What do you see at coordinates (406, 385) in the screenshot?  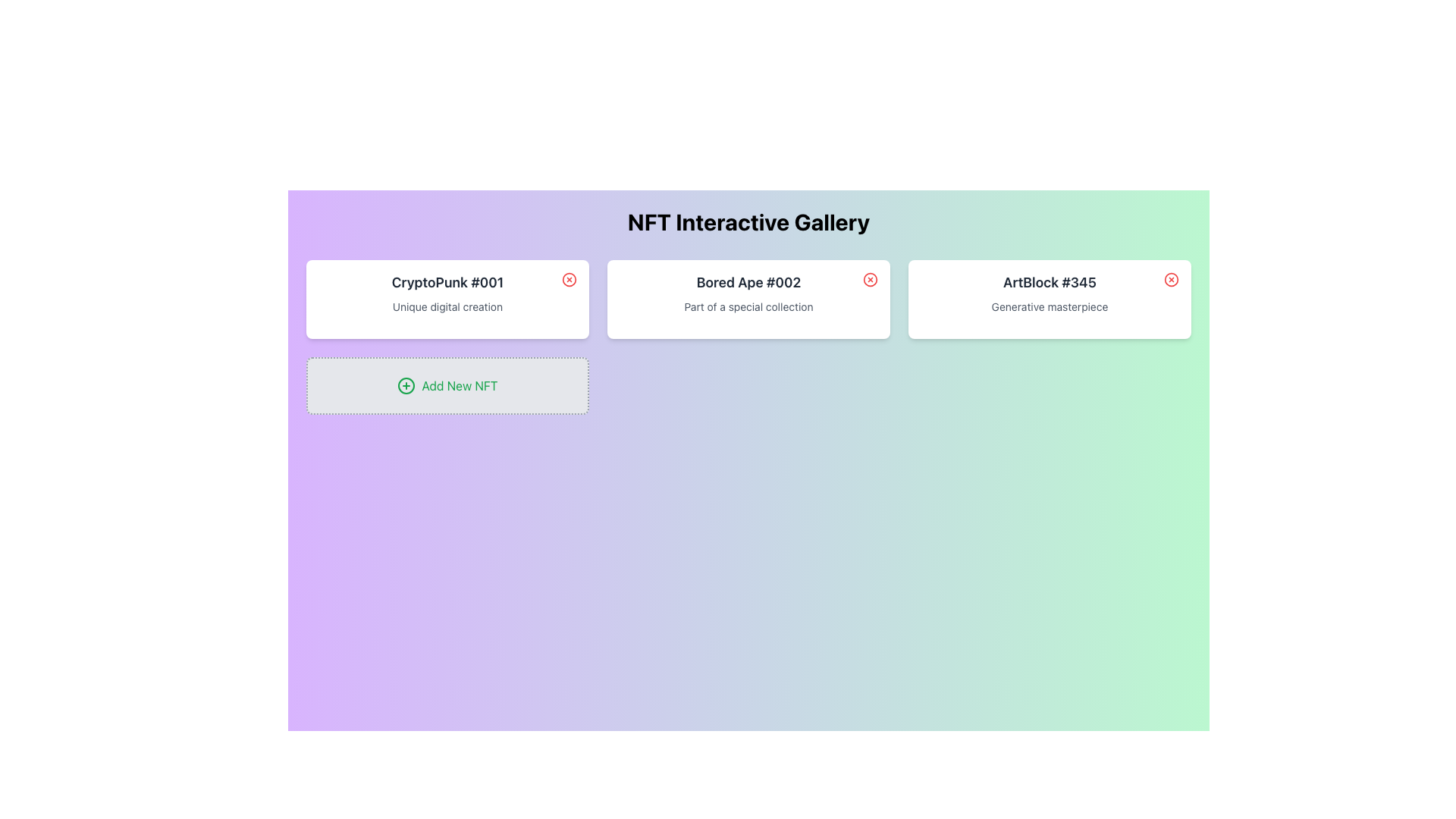 I see `circular outline element that is part of the 'Add New NFT' button located in the lower-left portion of the layout` at bounding box center [406, 385].